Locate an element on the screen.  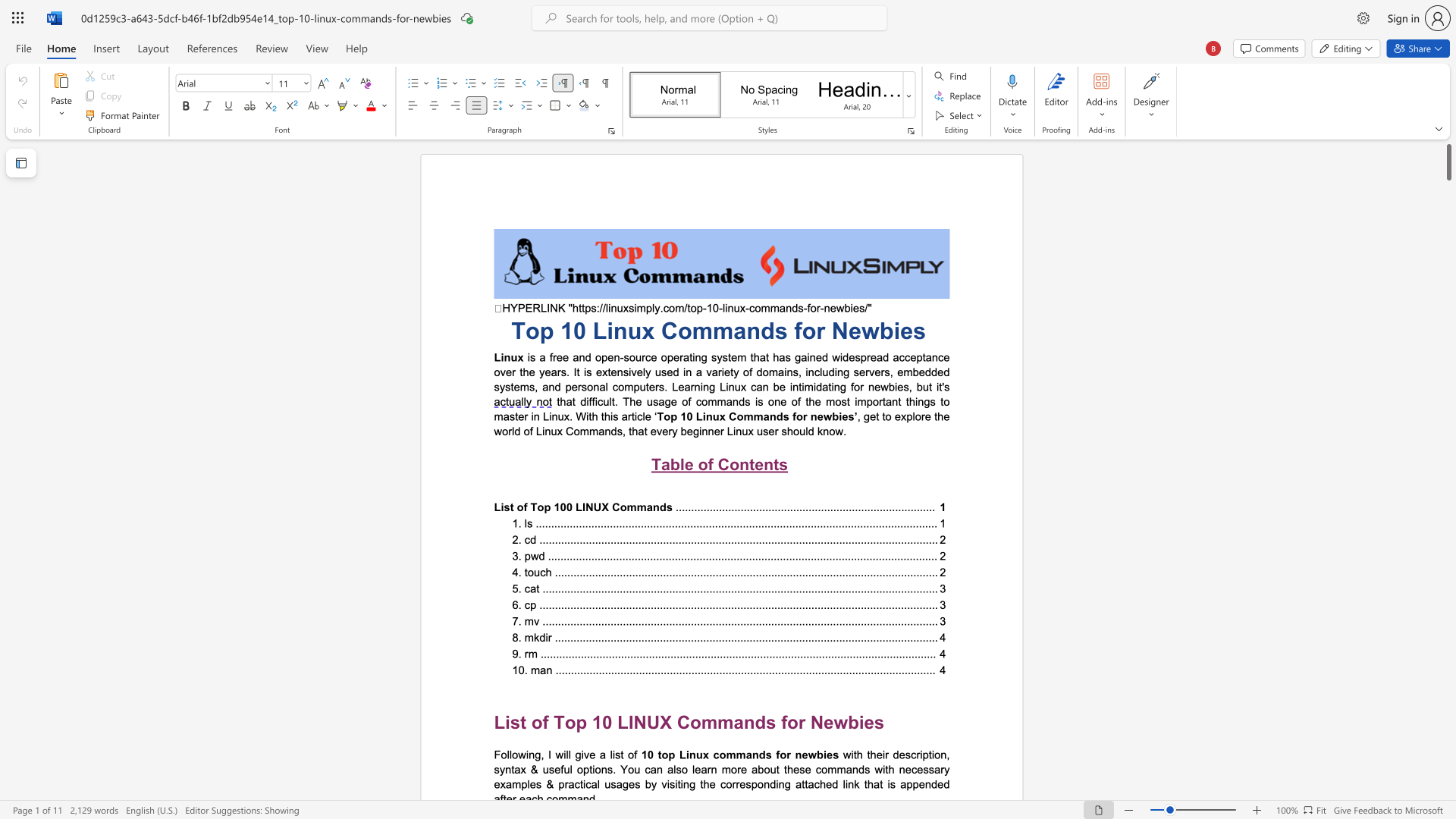
the subset text "inux C" within the text "Top 10 Linux Commands" is located at coordinates (701, 416).